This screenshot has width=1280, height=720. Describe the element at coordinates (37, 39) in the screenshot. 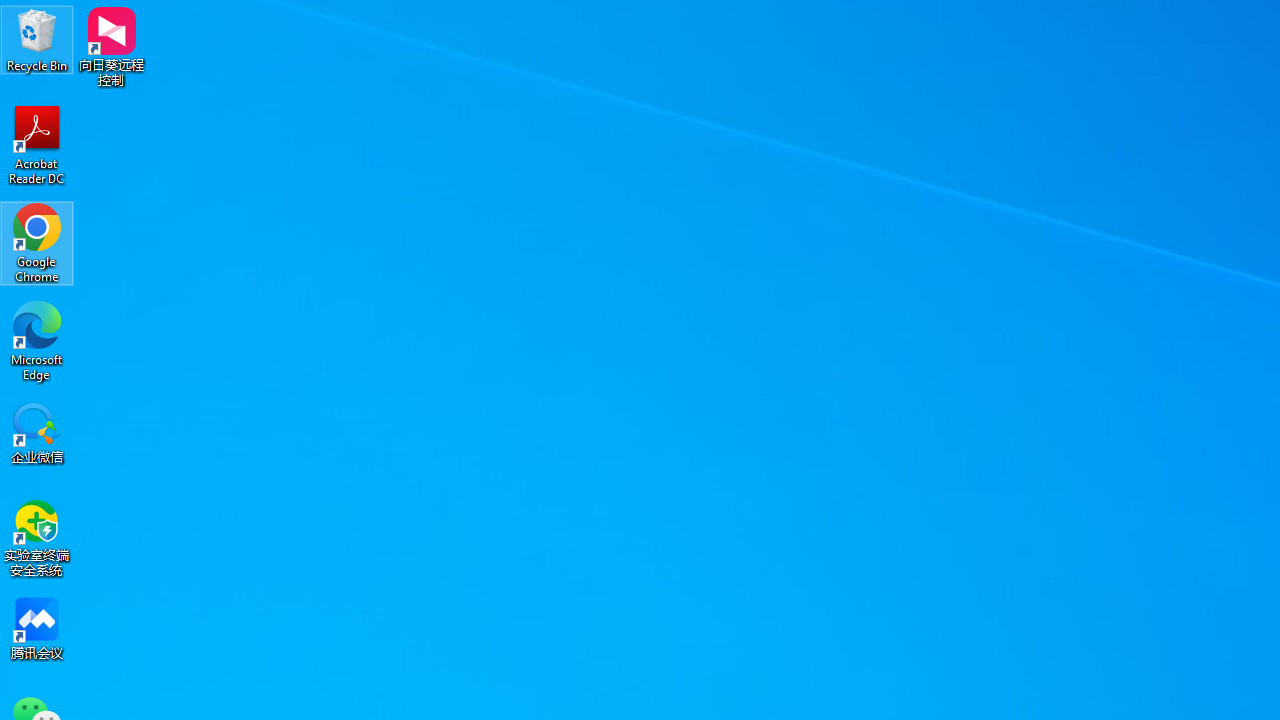

I see `'Recycle Bin'` at that location.